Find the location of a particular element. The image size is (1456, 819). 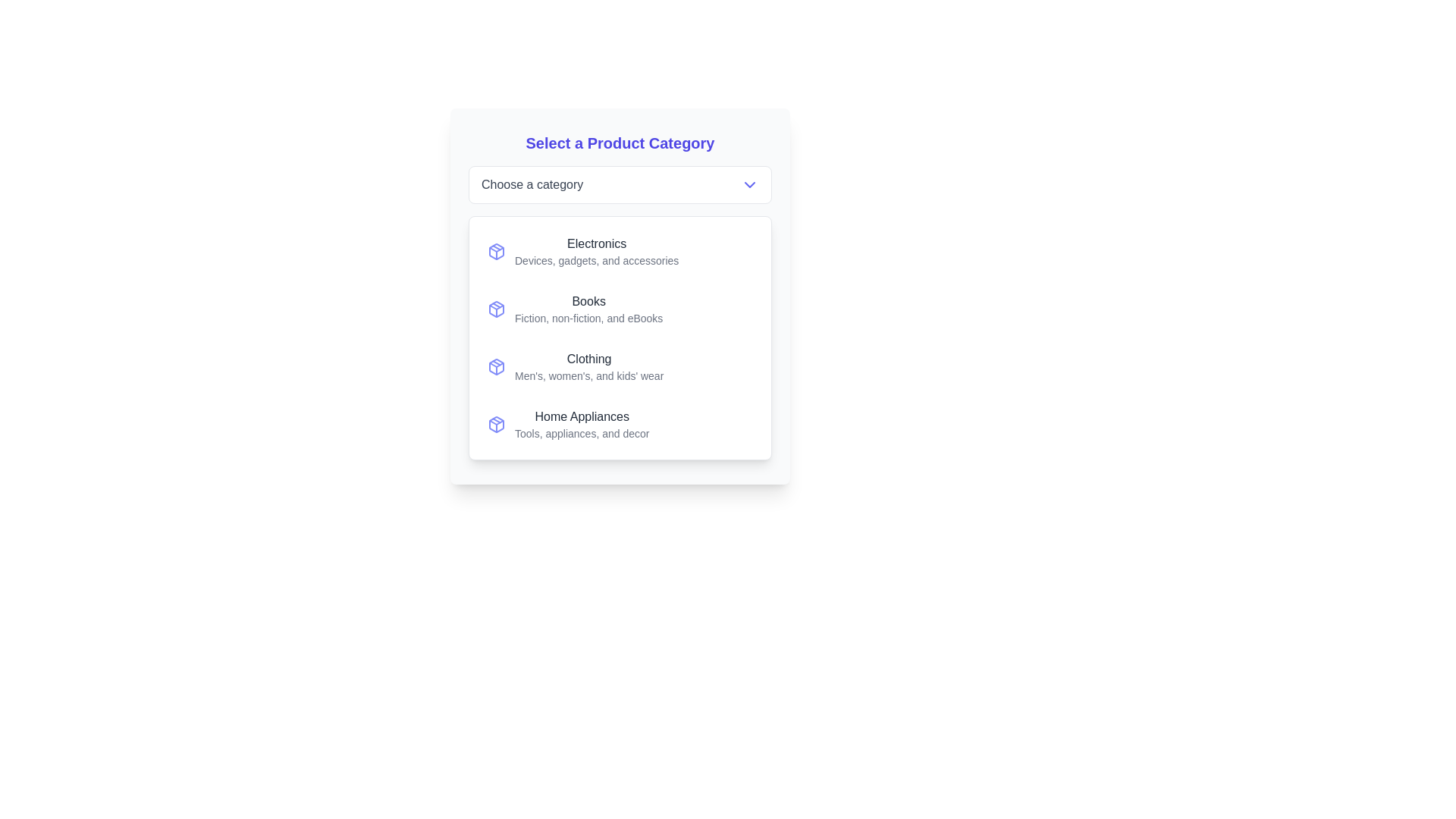

the small cube icon with a purple outline that precedes the text 'Electronics' to interact with the category is located at coordinates (496, 250).